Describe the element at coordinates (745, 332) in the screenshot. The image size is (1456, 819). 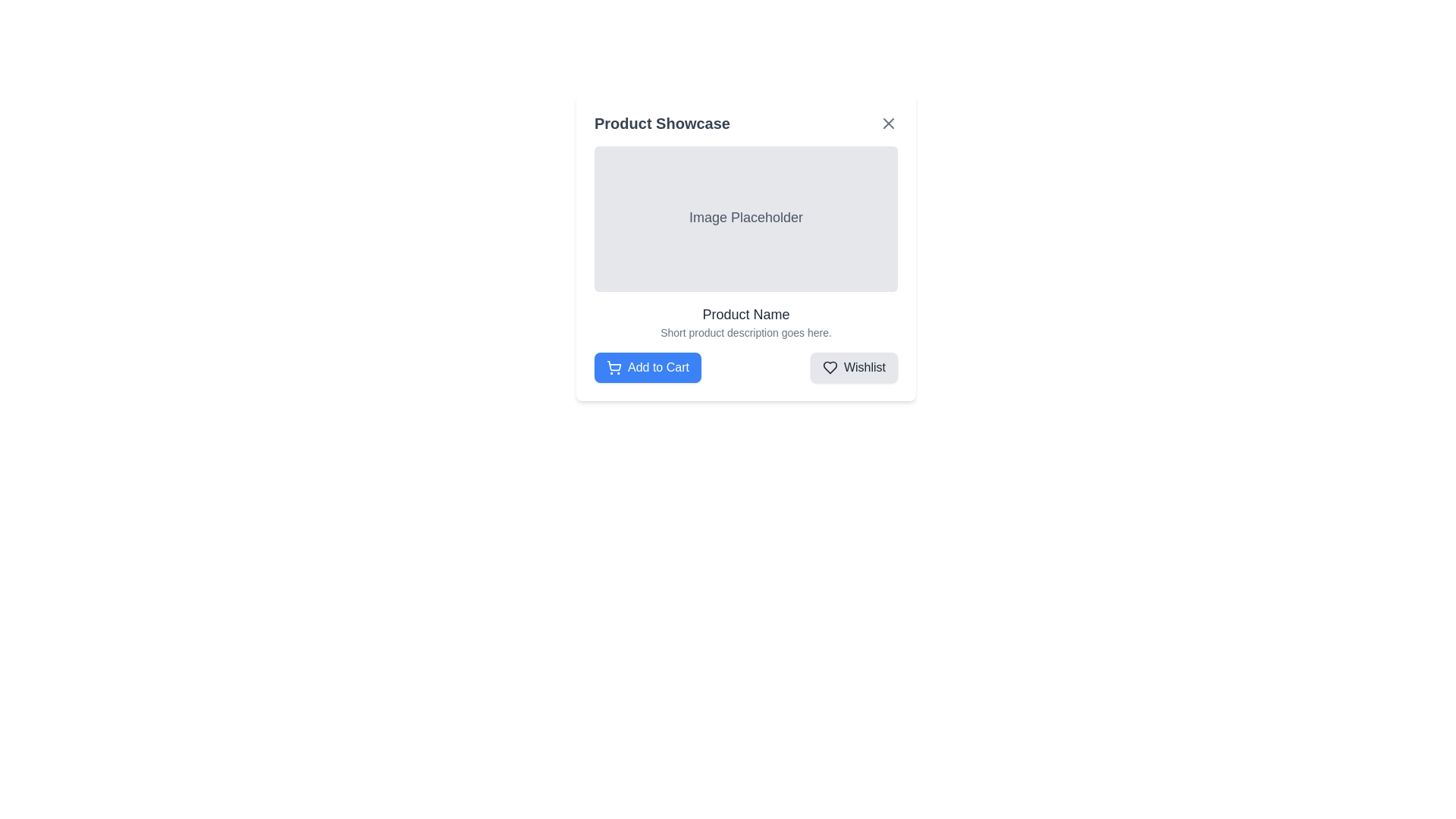
I see `the small text element displaying 'Short product description goes here.' which is positioned below 'Product Name' and above the 'Add to Cart' button` at that location.